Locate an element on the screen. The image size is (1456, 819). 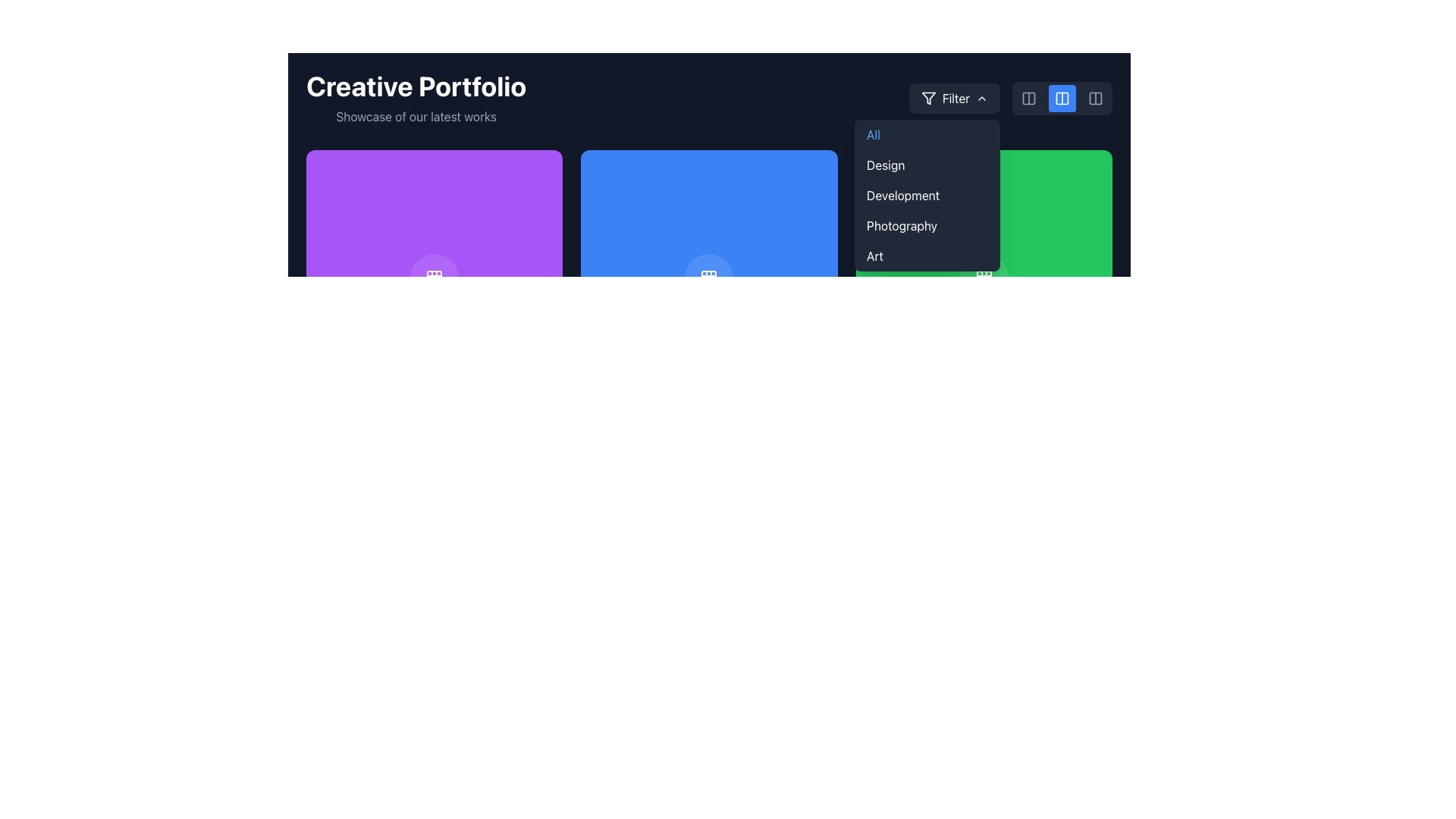
the circular button with a semi-transparent white background and a 3x3 grid icon in the center is located at coordinates (434, 278).